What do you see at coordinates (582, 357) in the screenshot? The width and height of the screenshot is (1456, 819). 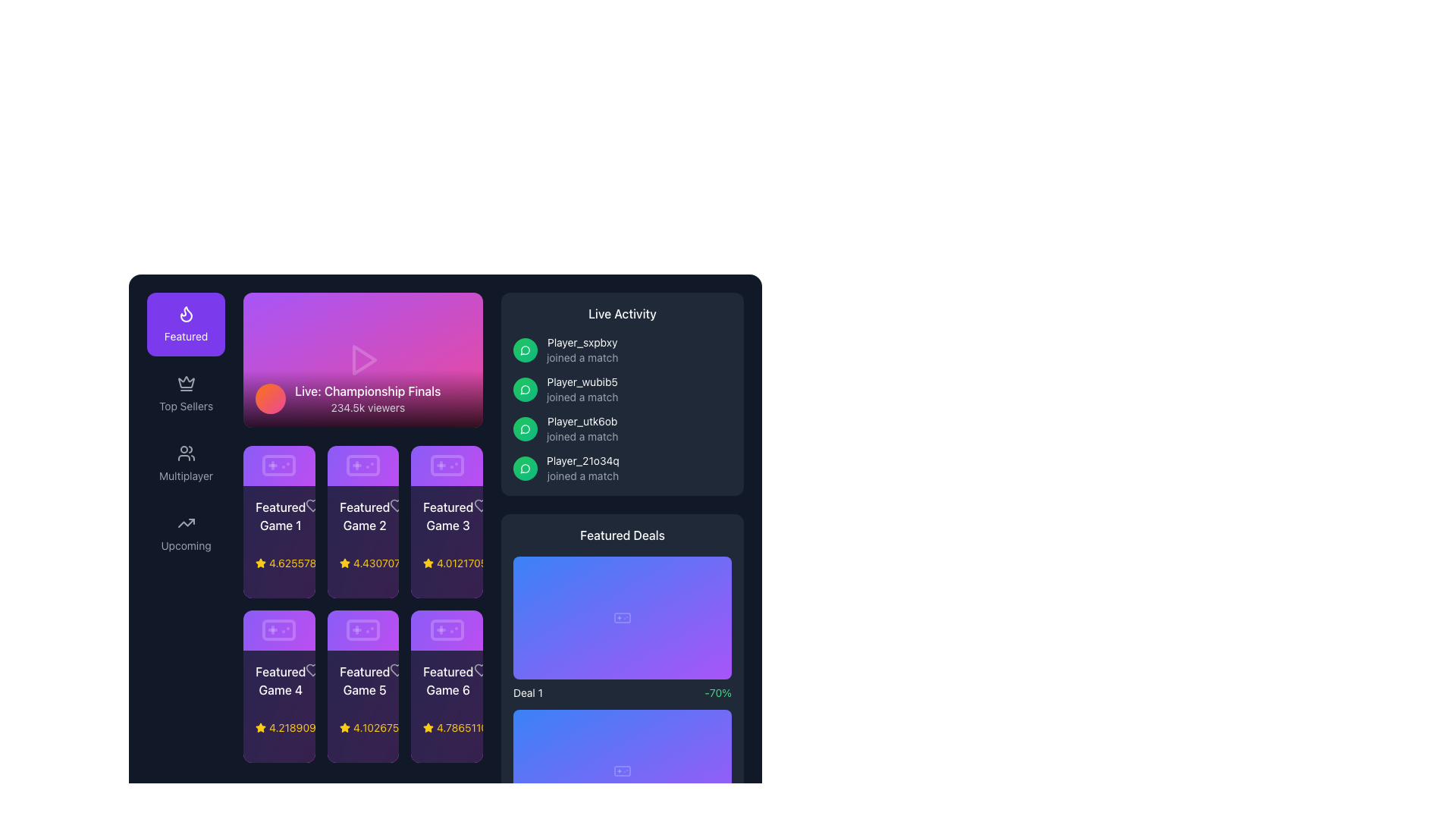 I see `the text label indicating the activity status of user 'Player_sxpbxy', located in the 'Live Activity' section, directly below the username` at bounding box center [582, 357].